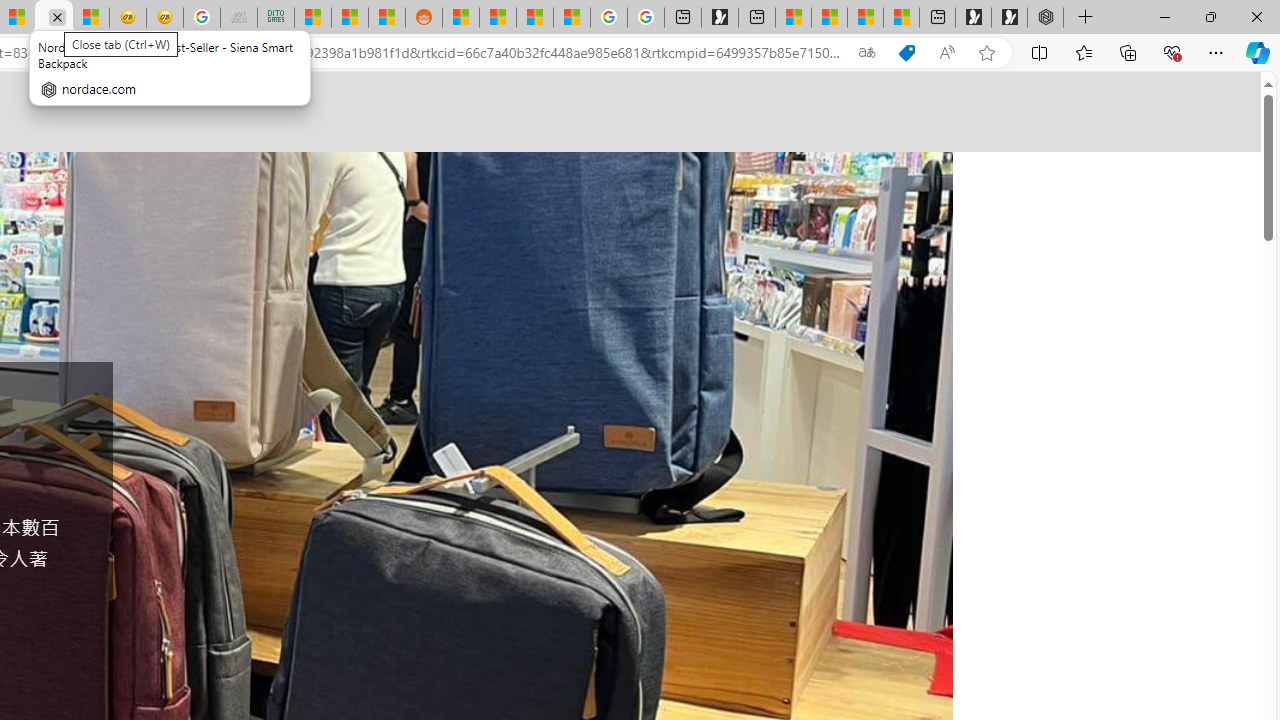 The width and height of the screenshot is (1280, 720). Describe the element at coordinates (459, 17) in the screenshot. I see `'R******* | Trusted Community Engagement and Contributions'` at that location.